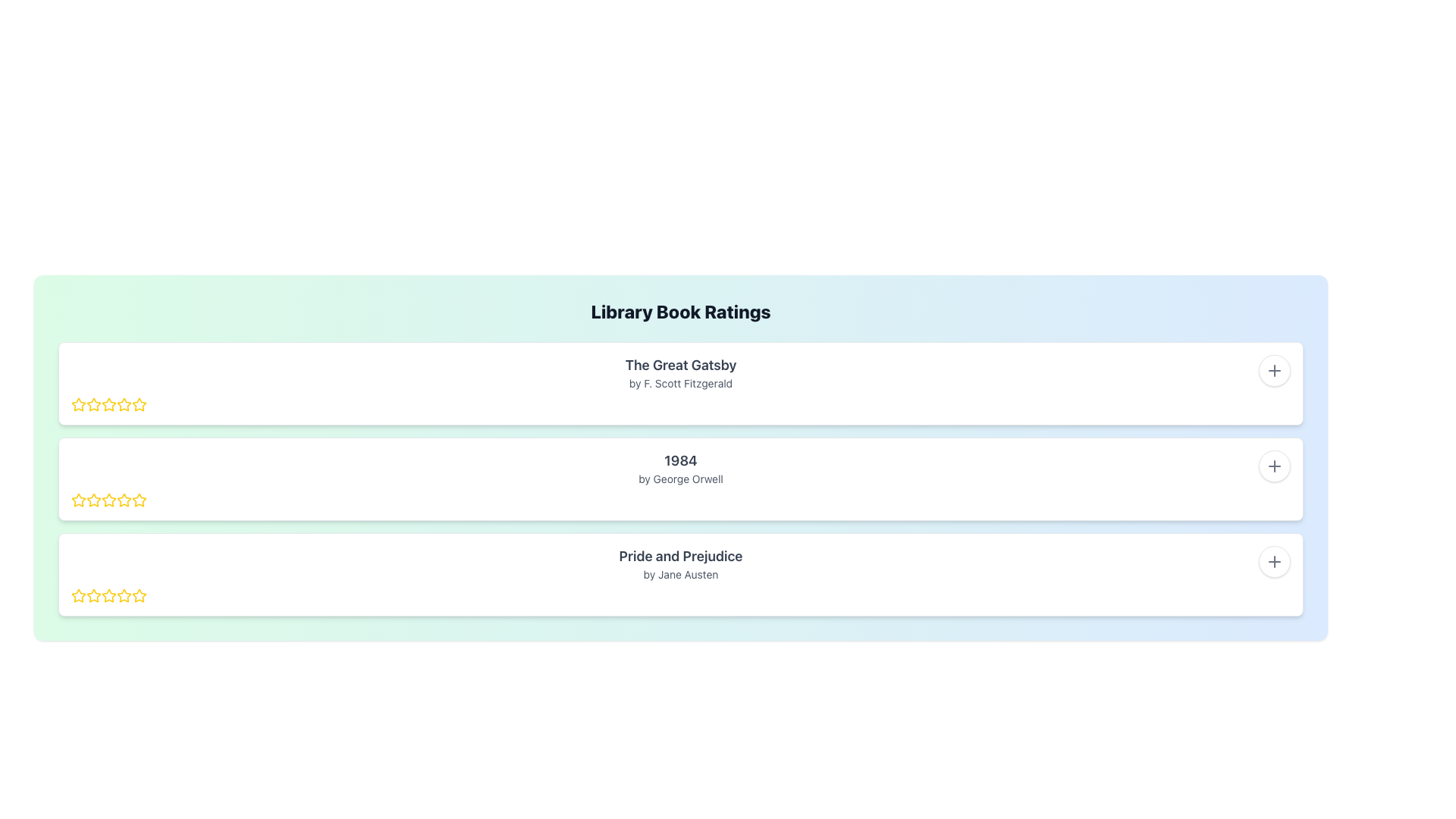 The image size is (1456, 819). What do you see at coordinates (108, 403) in the screenshot?
I see `the third rating star in the five-star scale for the book 'The Great Gatsby' to indicate a rating of three out of five` at bounding box center [108, 403].